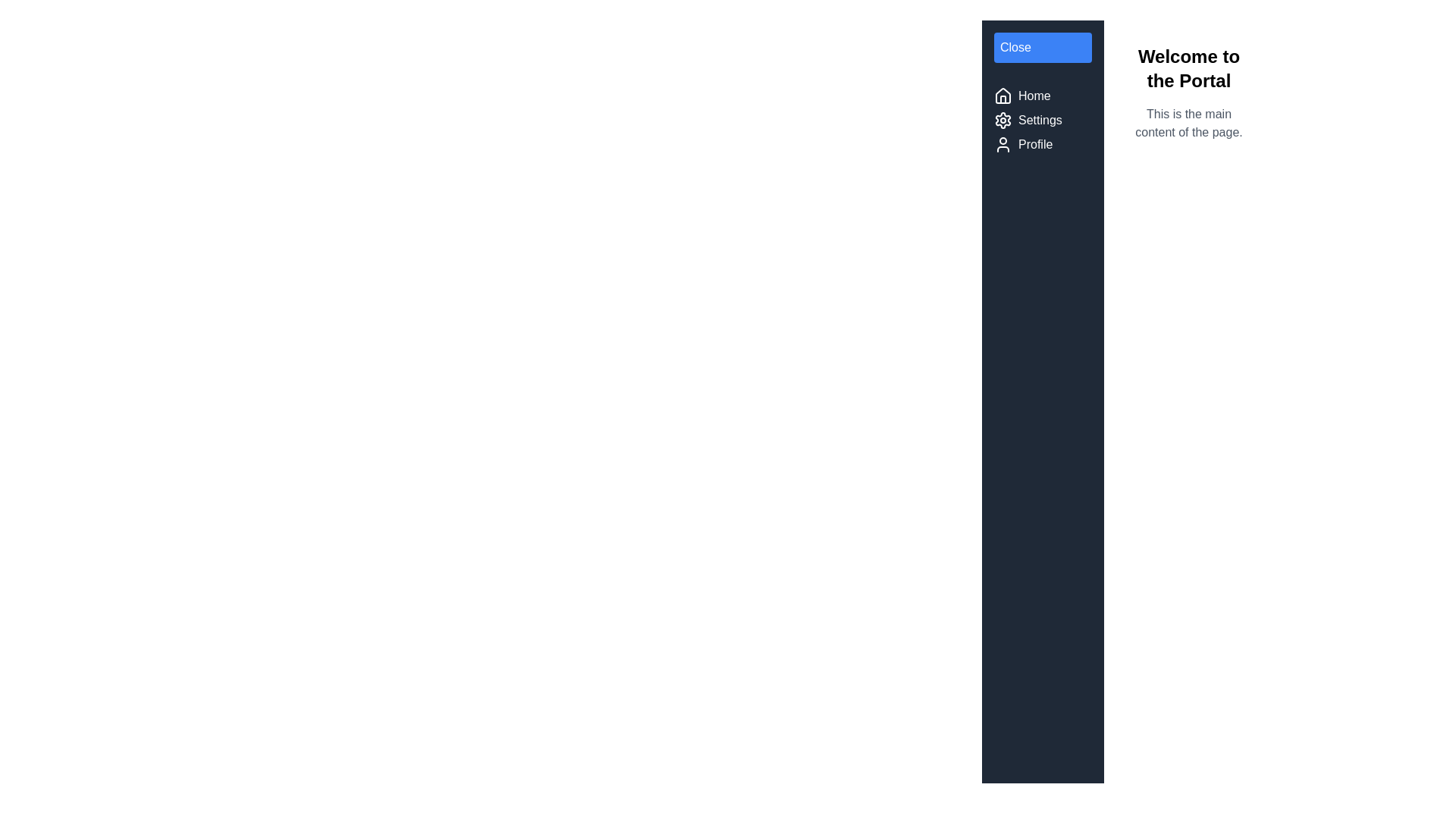 The height and width of the screenshot is (819, 1456). Describe the element at coordinates (1039, 119) in the screenshot. I see `the 'Settings' text label, which is displayed in white font on a dark background and is part of a vertical navigation menu` at that location.